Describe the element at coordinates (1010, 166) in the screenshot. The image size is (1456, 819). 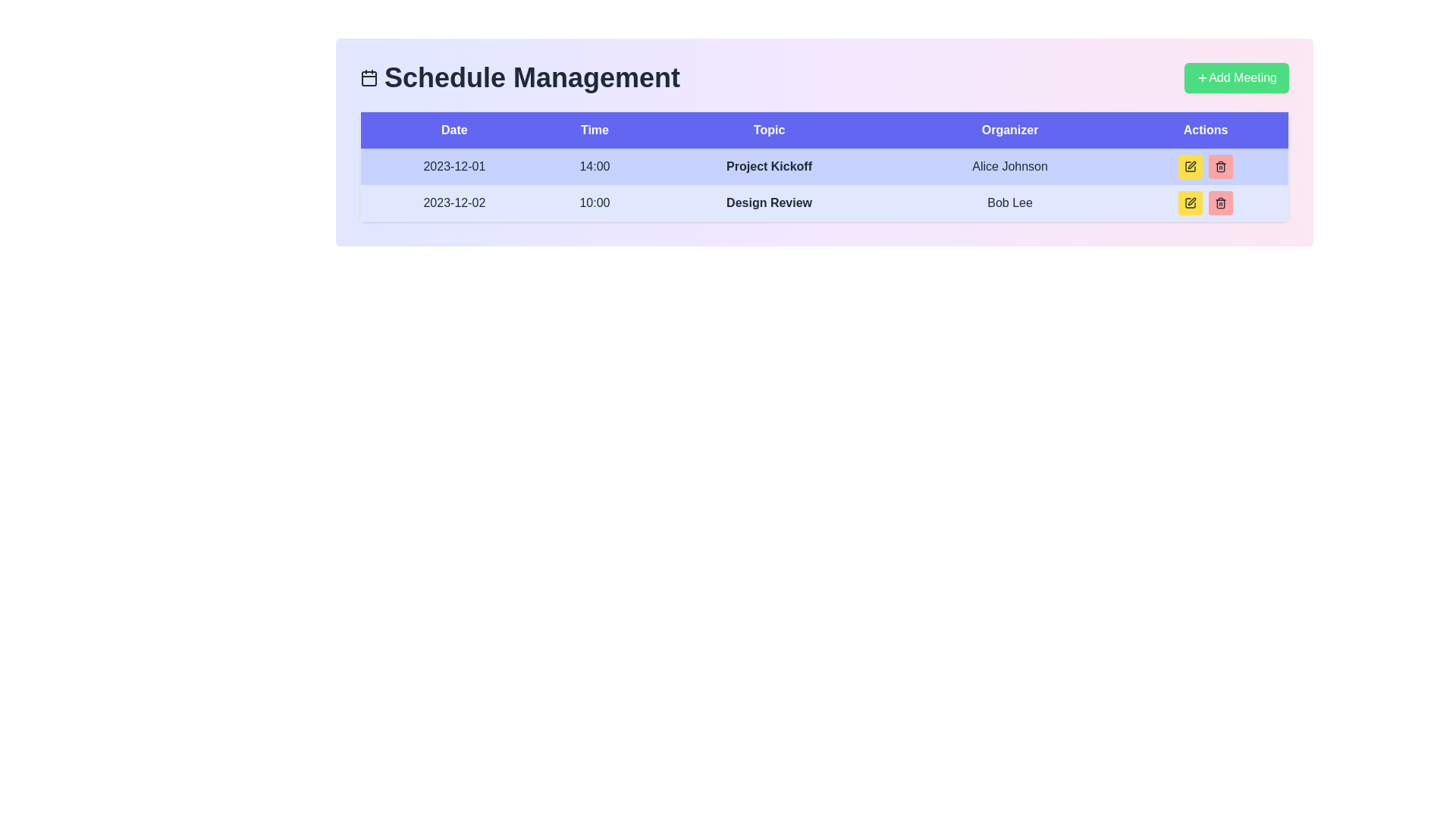
I see `the text label displaying 'Alice Johnson' in the Organizer column of the Project Kickoff topic` at that location.